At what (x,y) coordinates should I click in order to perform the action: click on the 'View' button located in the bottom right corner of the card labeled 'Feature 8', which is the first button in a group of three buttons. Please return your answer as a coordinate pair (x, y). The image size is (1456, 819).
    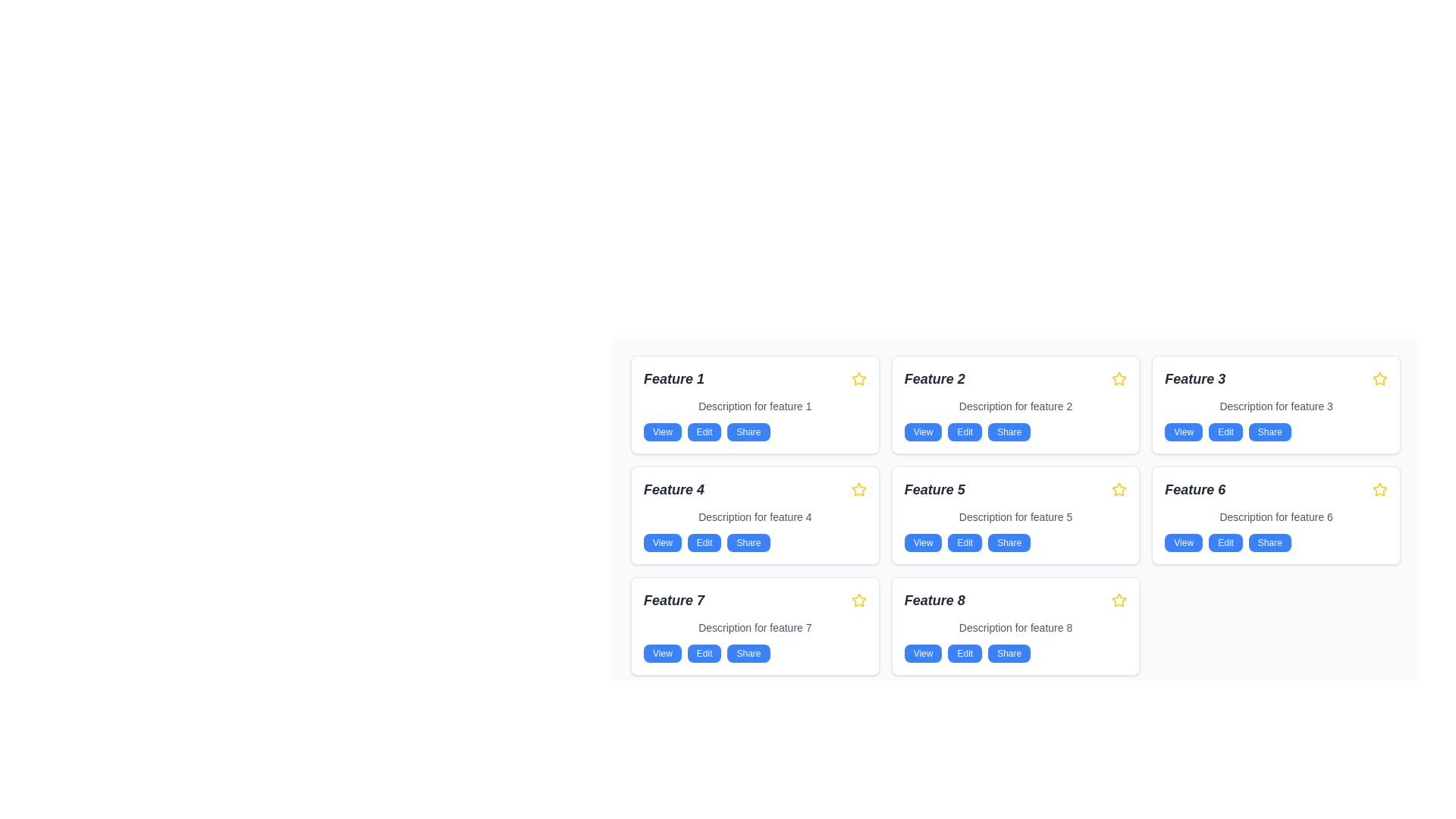
    Looking at the image, I should click on (922, 652).